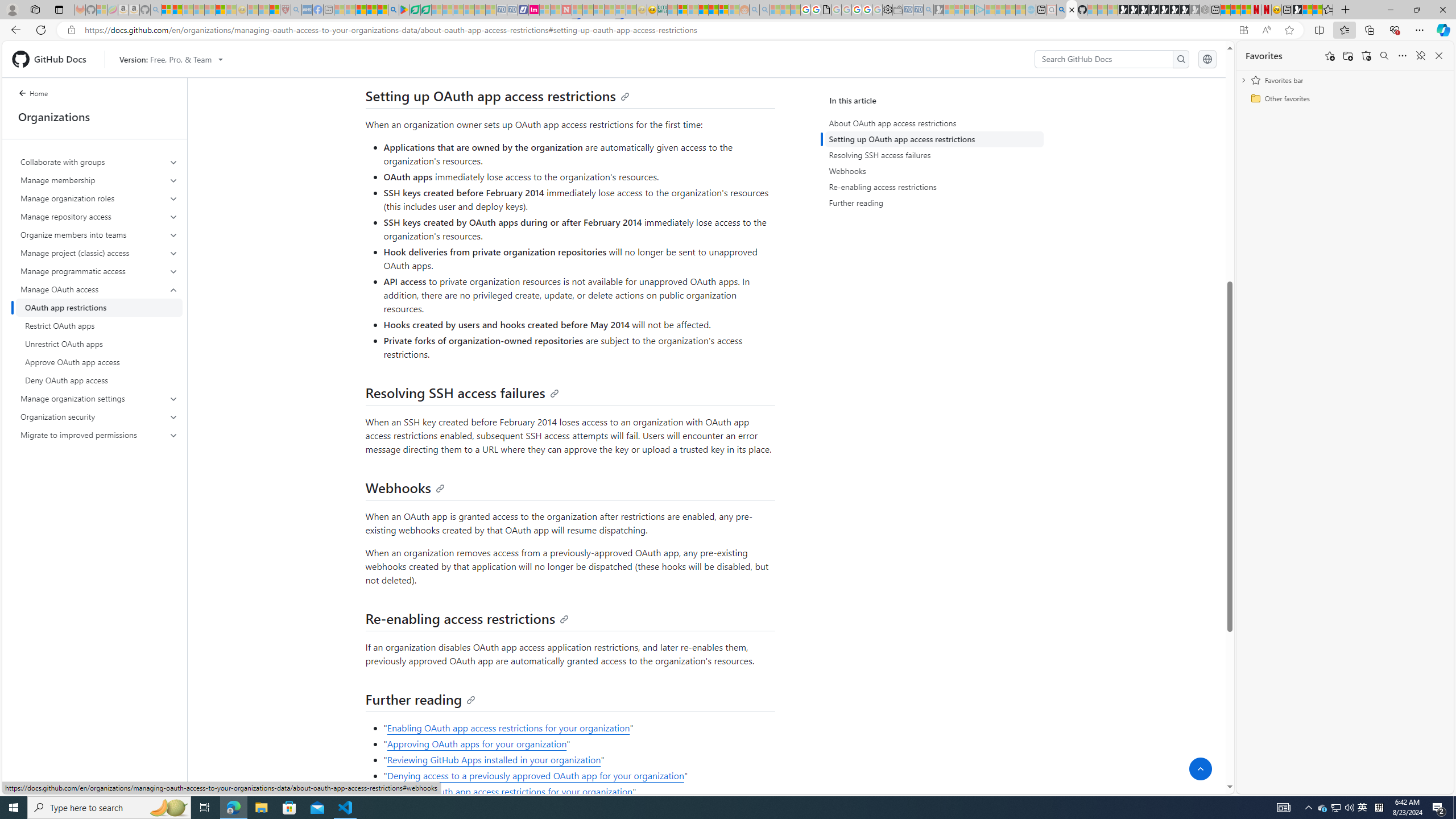  What do you see at coordinates (427, 9) in the screenshot?
I see `'Microsoft Word - consumer-privacy address update 2.2021'` at bounding box center [427, 9].